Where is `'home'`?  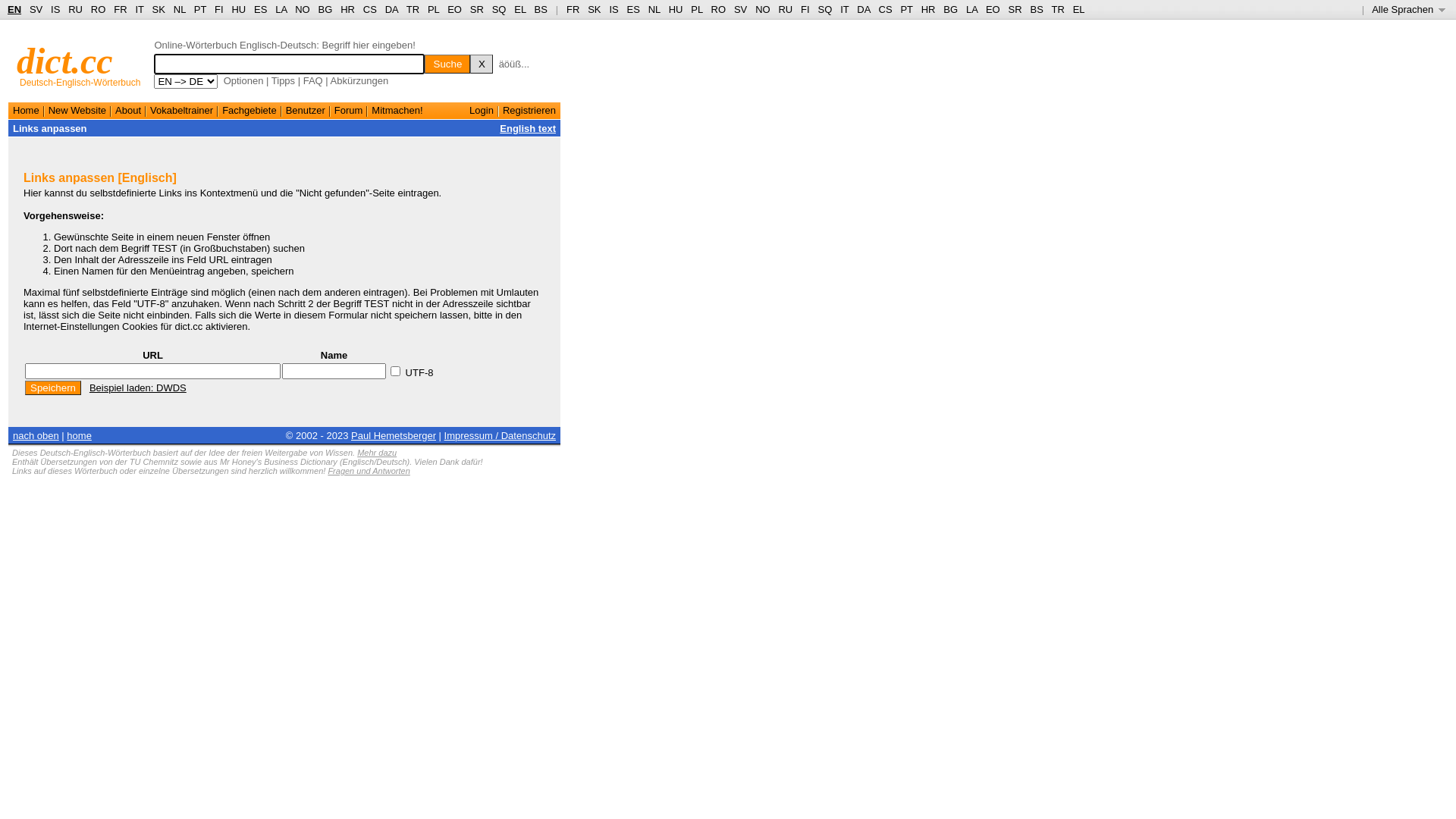
'home' is located at coordinates (65, 435).